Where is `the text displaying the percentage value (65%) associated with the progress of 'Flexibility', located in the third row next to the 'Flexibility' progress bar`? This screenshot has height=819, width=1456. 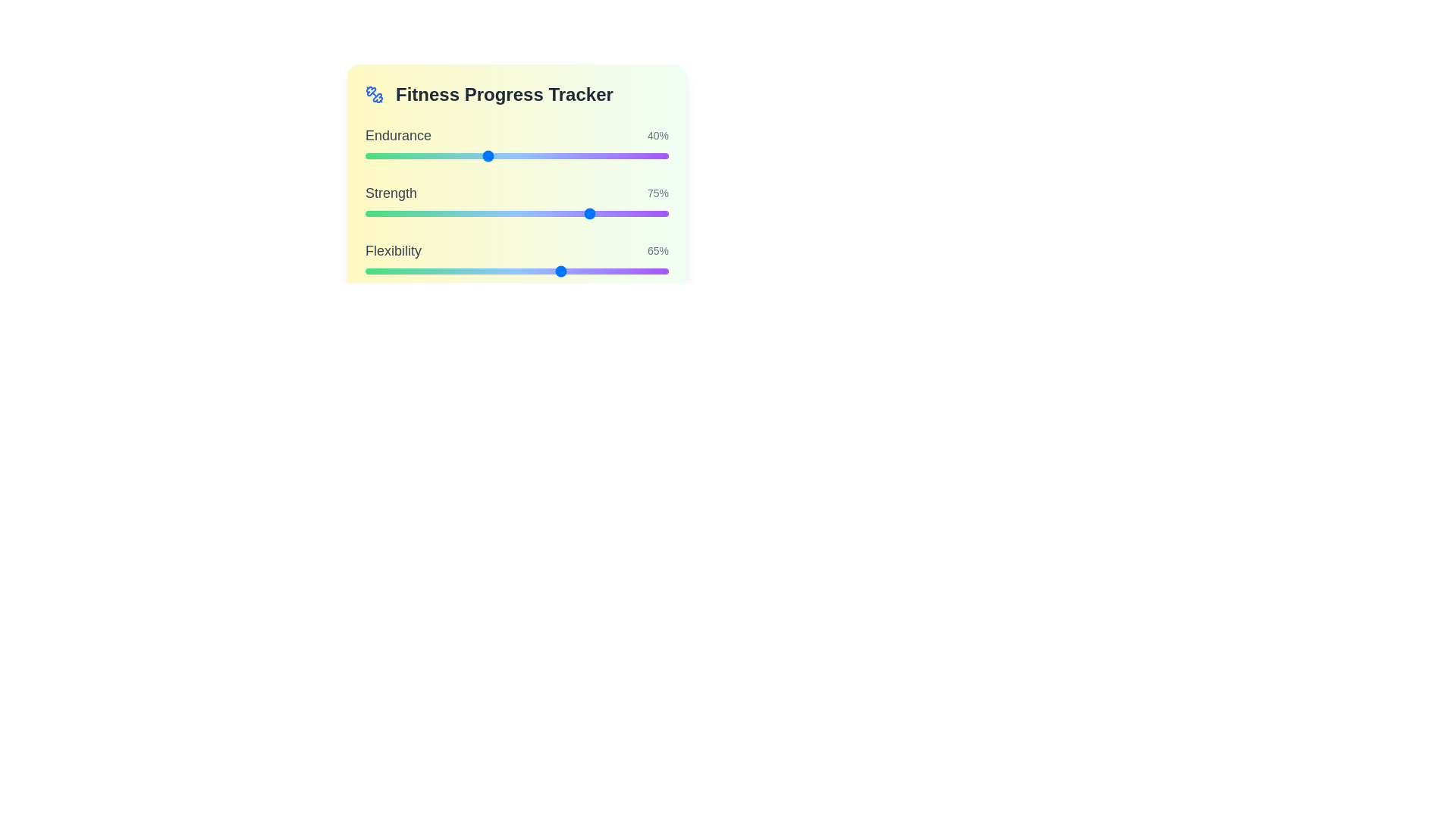 the text displaying the percentage value (65%) associated with the progress of 'Flexibility', located in the third row next to the 'Flexibility' progress bar is located at coordinates (658, 250).